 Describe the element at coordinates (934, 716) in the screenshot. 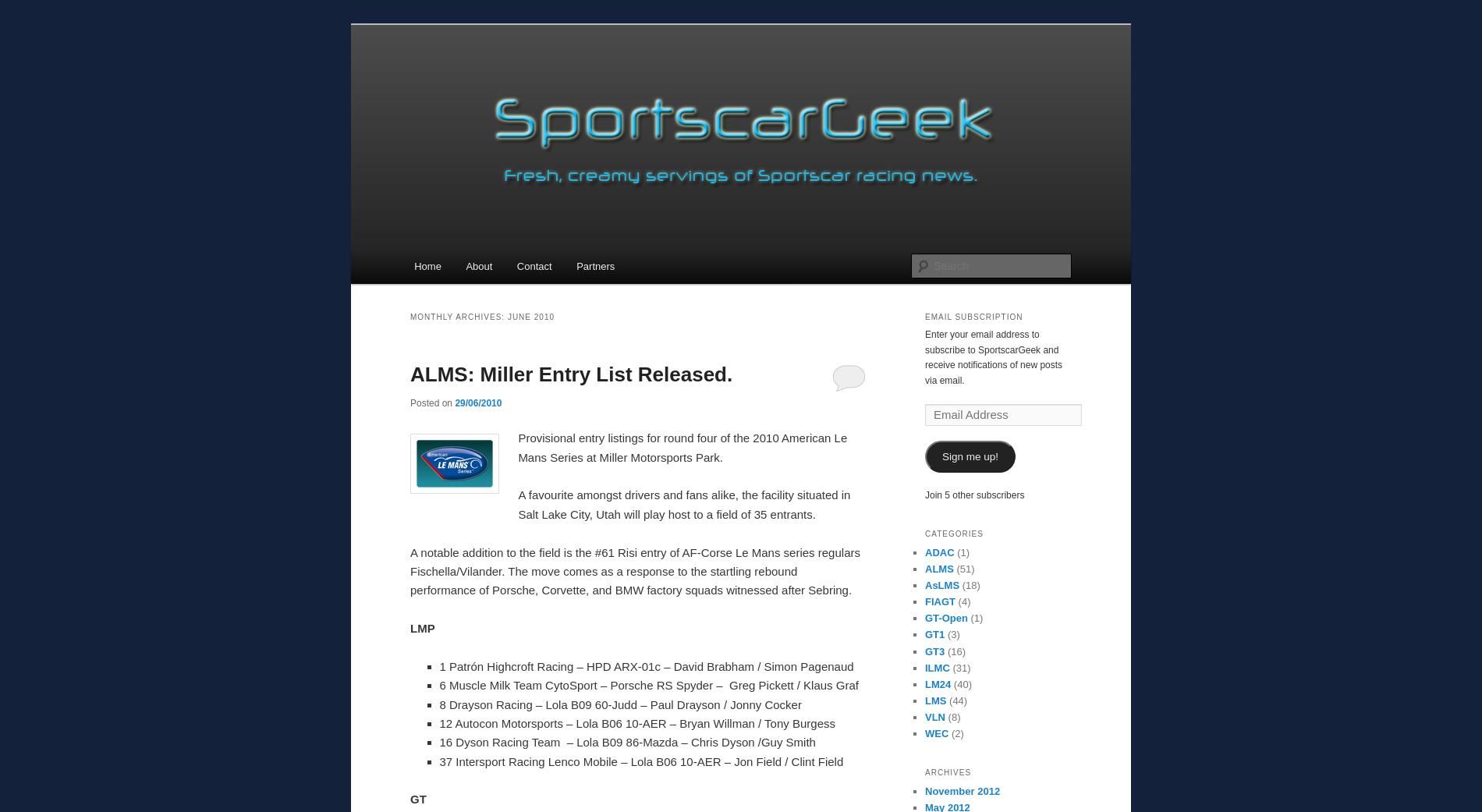

I see `'VLN'` at that location.